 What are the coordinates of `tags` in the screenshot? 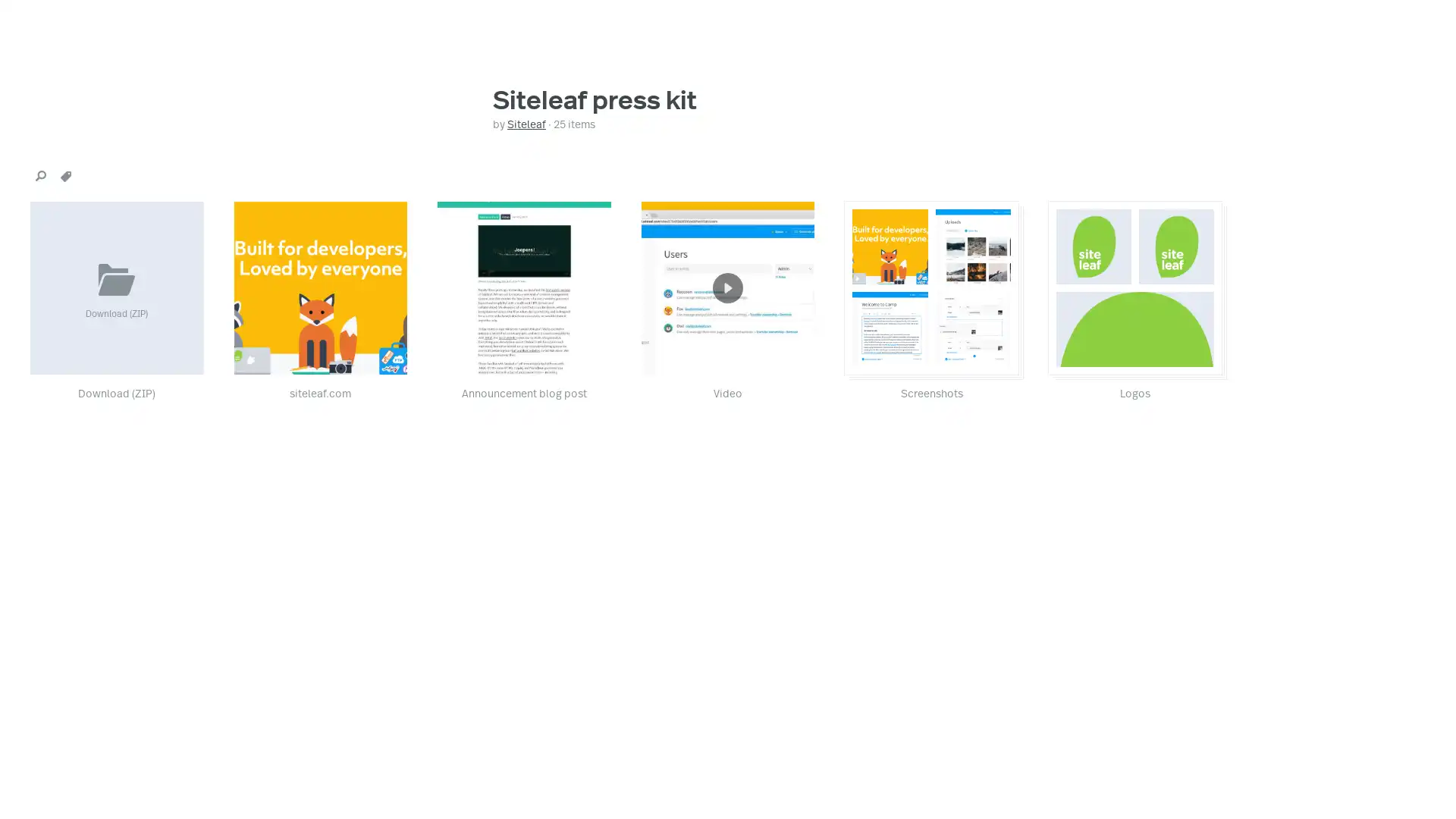 It's located at (64, 175).